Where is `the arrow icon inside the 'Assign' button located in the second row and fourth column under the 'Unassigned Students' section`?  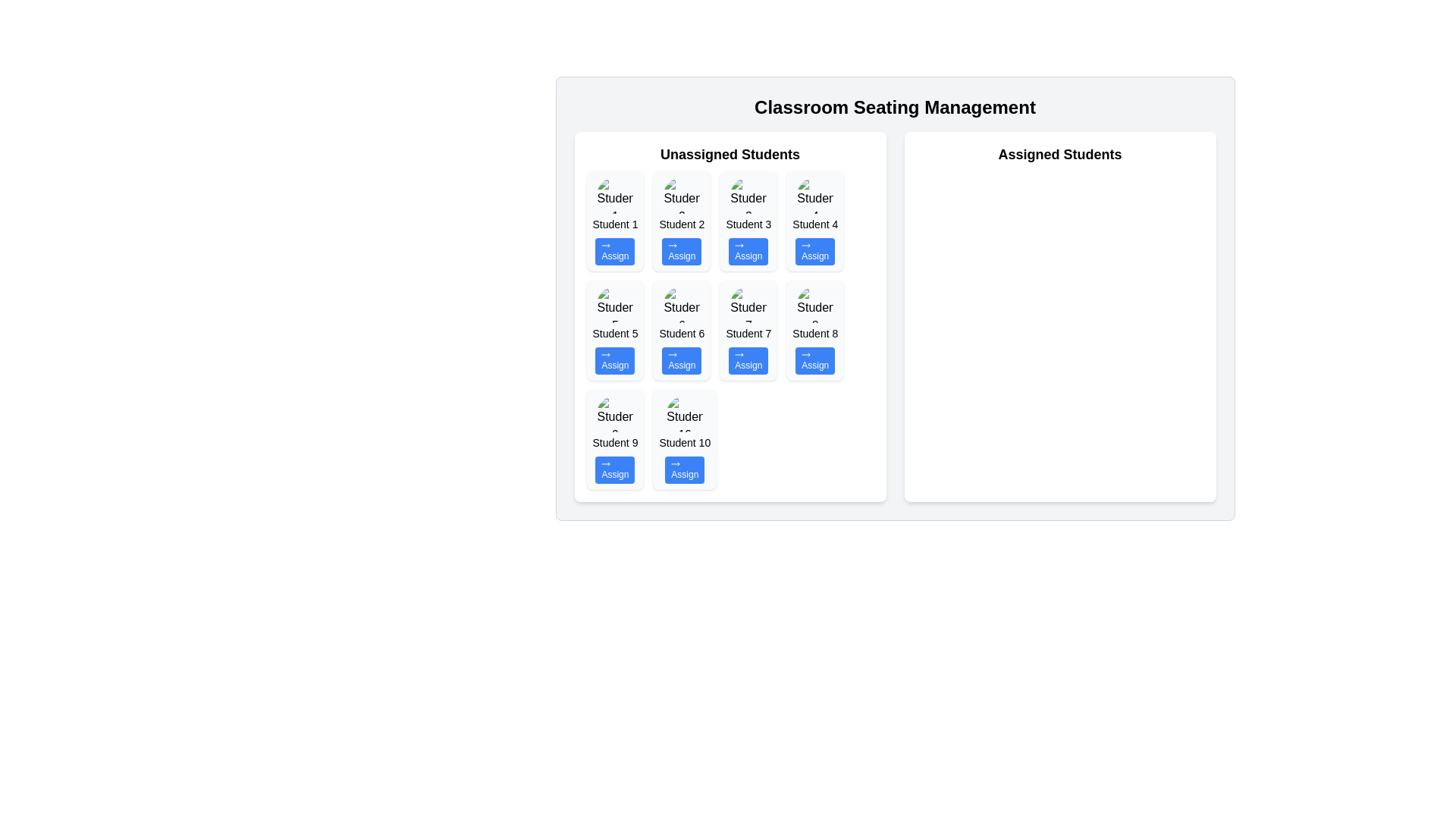 the arrow icon inside the 'Assign' button located in the second row and fourth column under the 'Unassigned Students' section is located at coordinates (805, 354).